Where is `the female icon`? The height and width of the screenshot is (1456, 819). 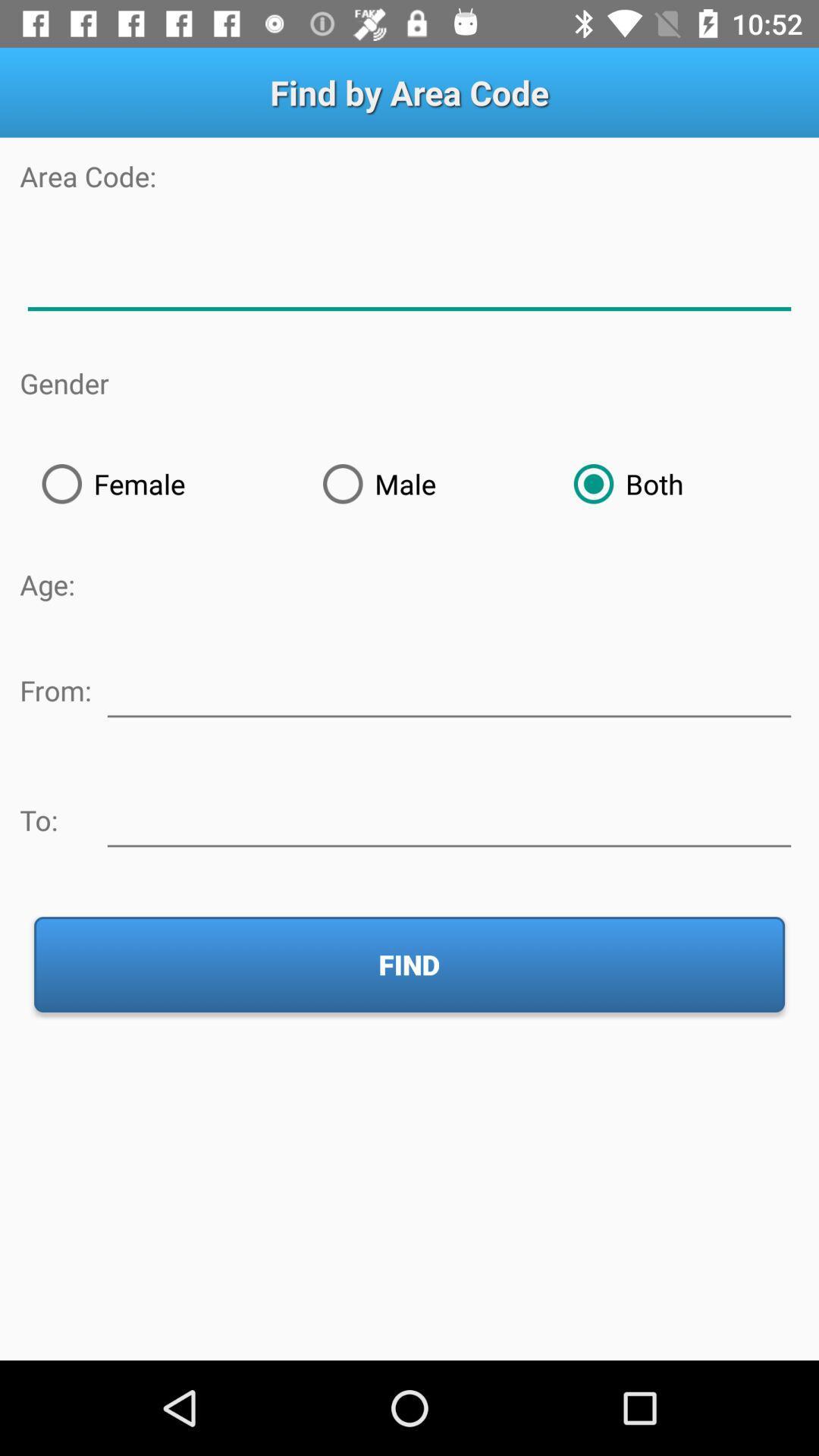 the female icon is located at coordinates (160, 483).